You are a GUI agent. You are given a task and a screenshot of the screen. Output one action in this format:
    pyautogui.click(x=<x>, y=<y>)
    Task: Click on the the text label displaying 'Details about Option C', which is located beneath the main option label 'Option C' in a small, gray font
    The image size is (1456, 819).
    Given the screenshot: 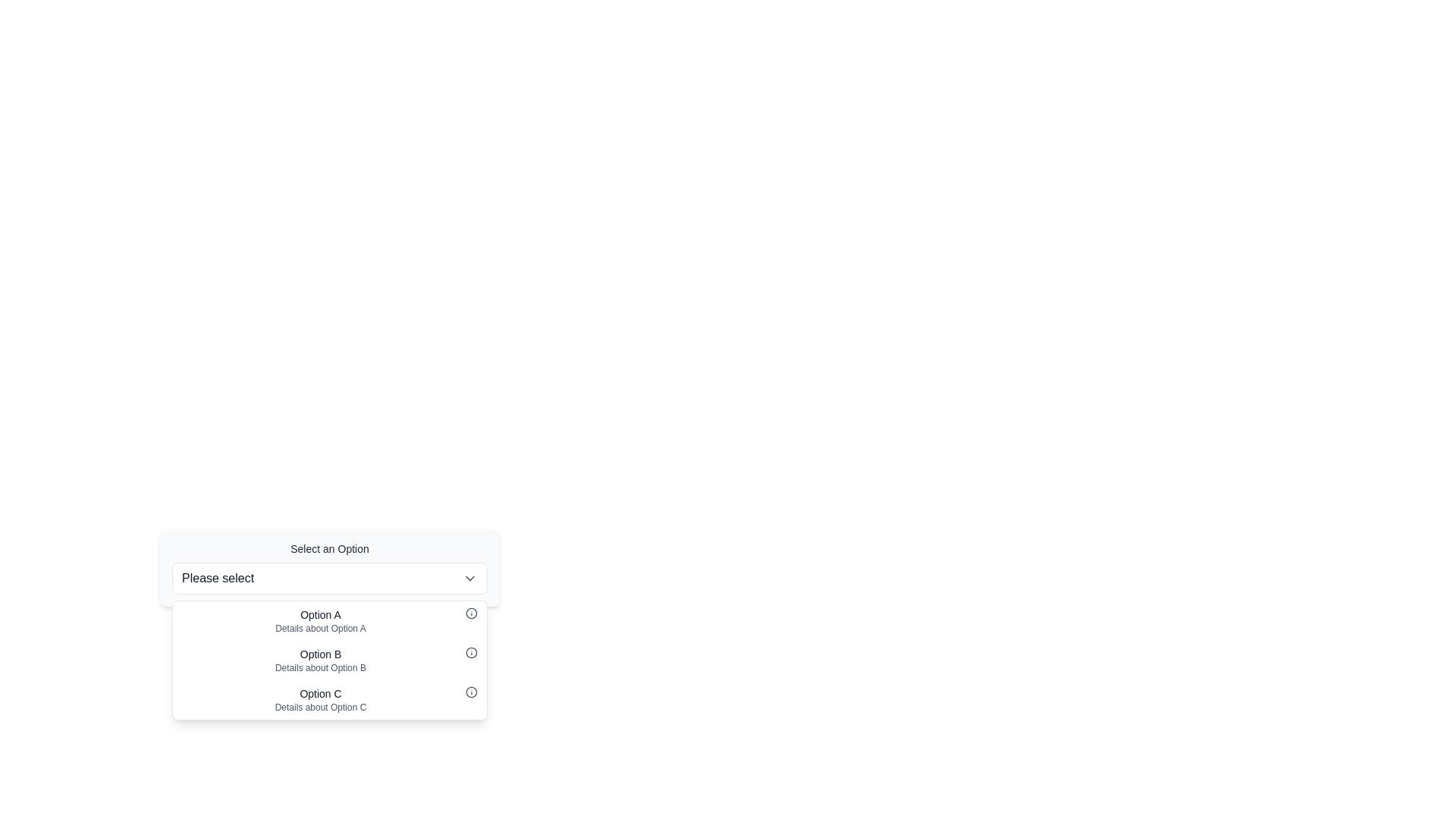 What is the action you would take?
    pyautogui.click(x=319, y=708)
    